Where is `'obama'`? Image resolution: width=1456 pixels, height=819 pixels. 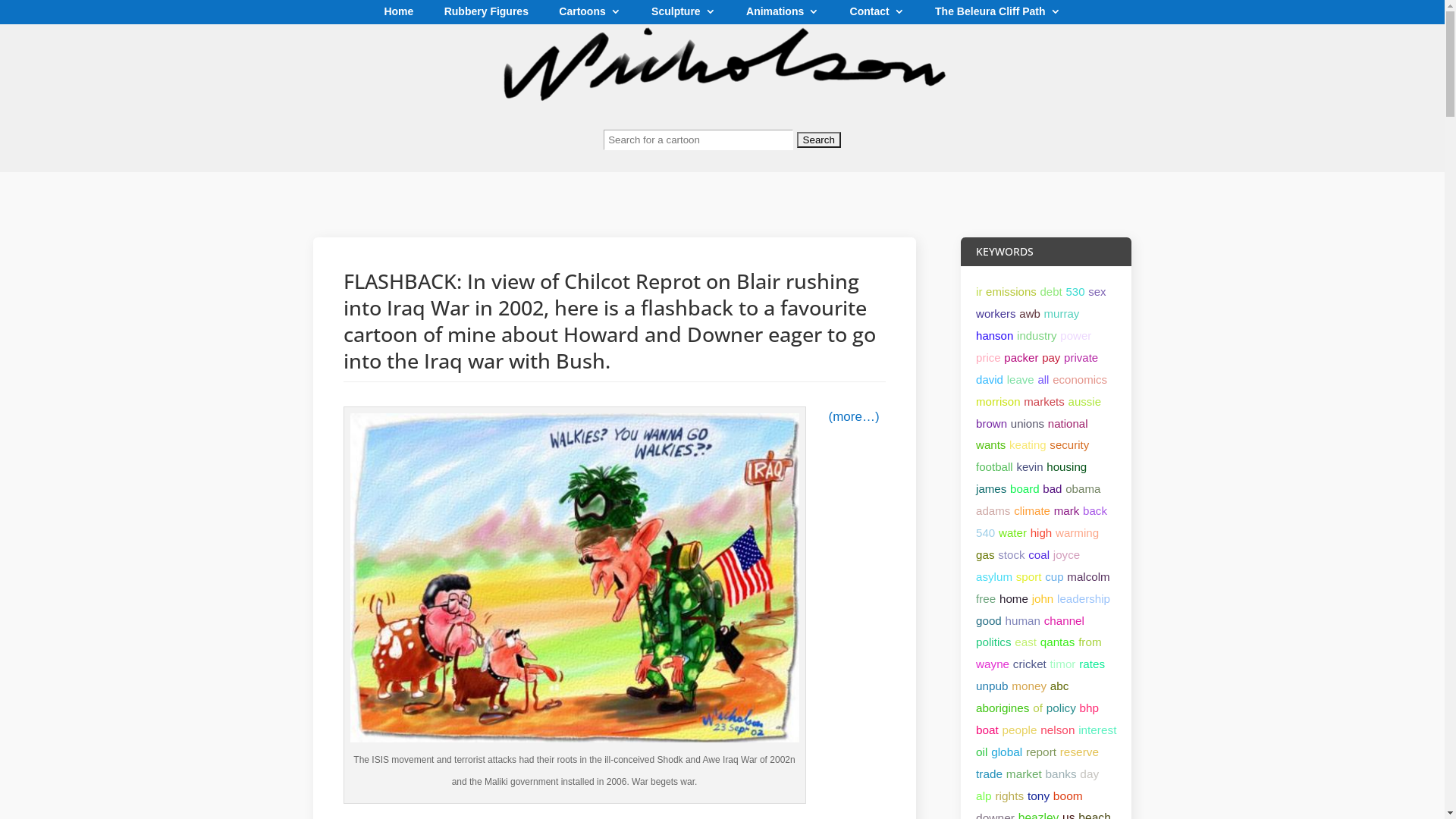
'obama' is located at coordinates (1082, 488).